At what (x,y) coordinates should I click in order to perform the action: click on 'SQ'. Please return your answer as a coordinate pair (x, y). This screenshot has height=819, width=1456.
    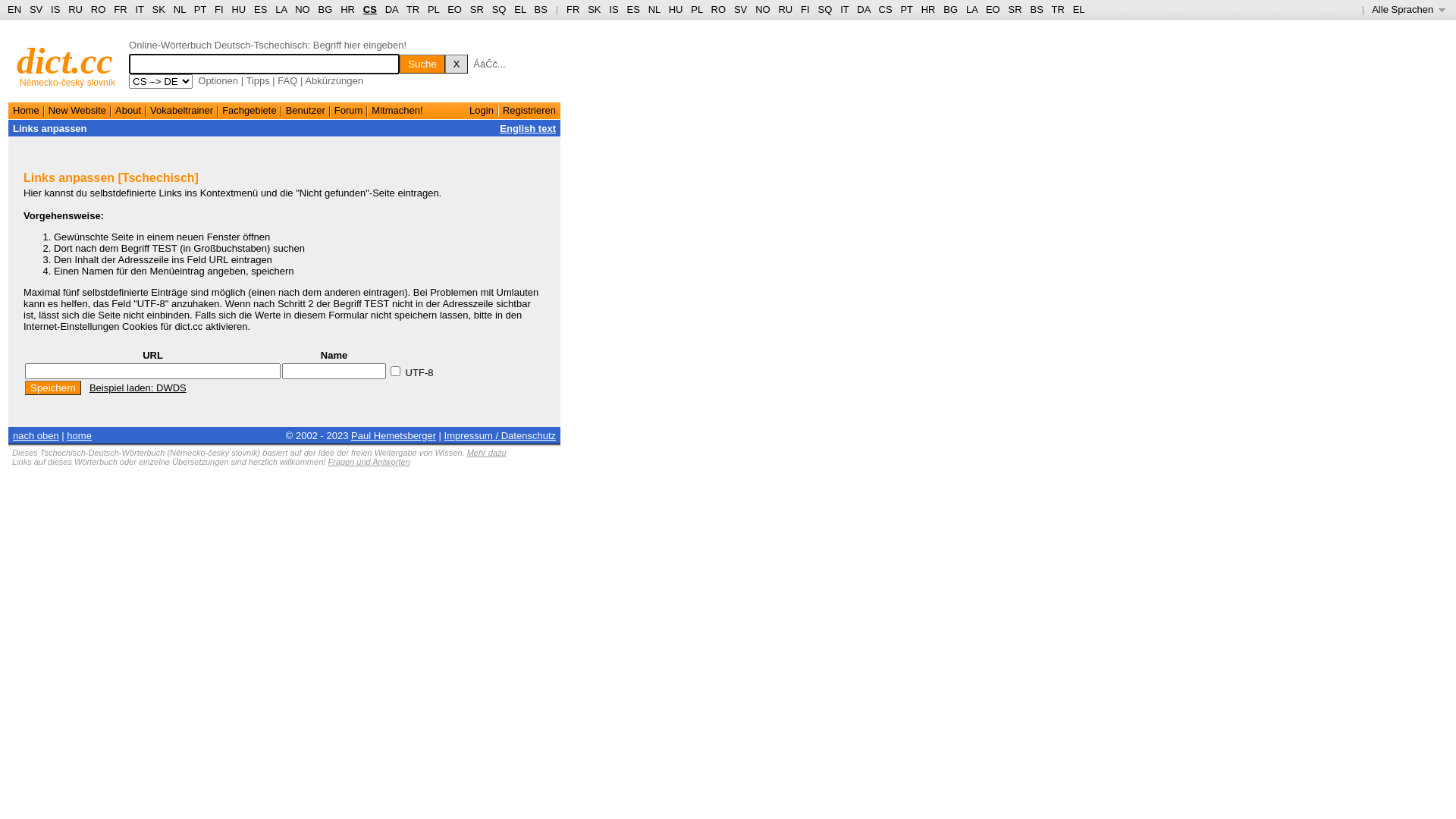
    Looking at the image, I should click on (499, 9).